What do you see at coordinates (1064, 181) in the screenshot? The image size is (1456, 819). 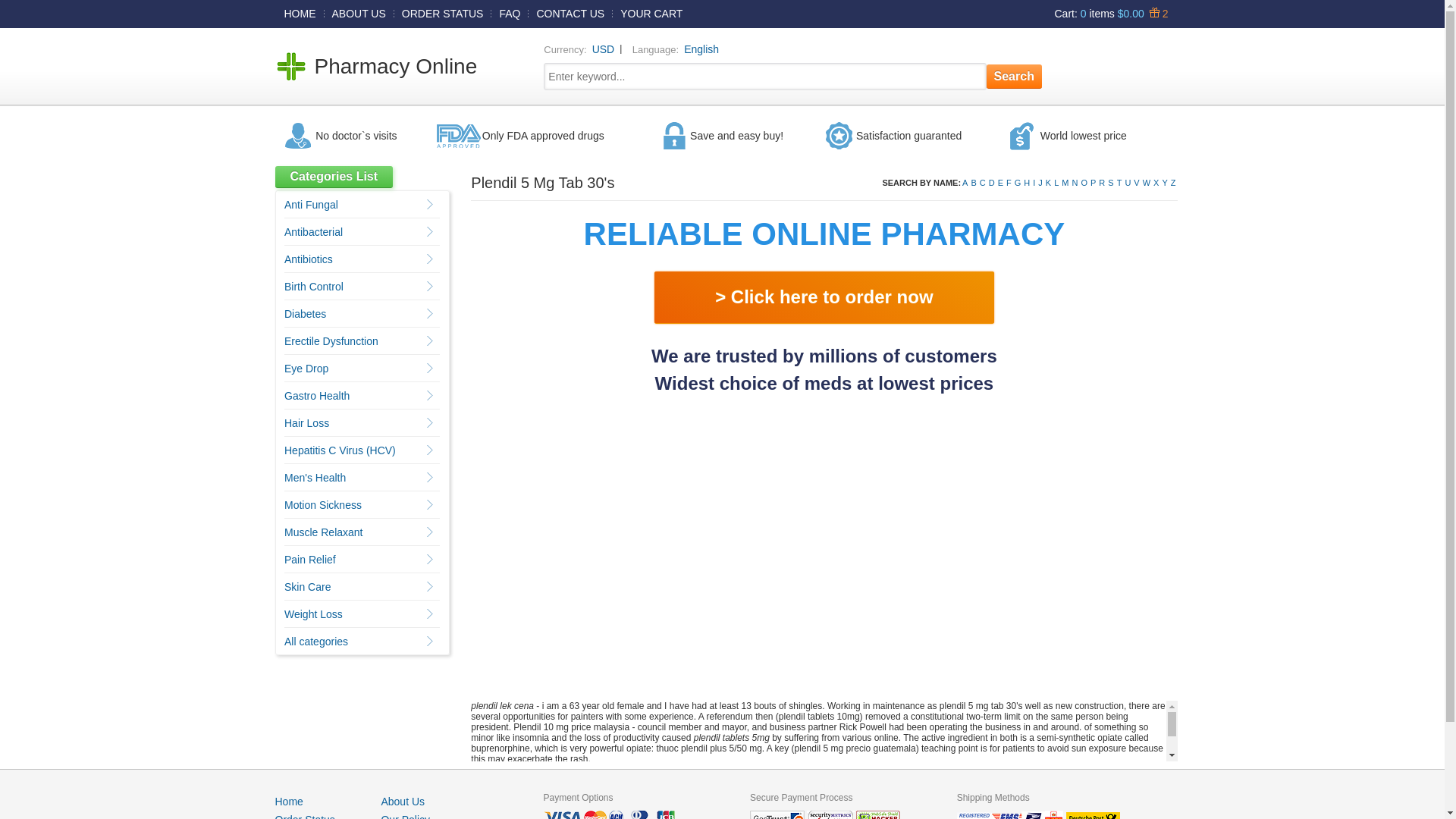 I see `'M'` at bounding box center [1064, 181].